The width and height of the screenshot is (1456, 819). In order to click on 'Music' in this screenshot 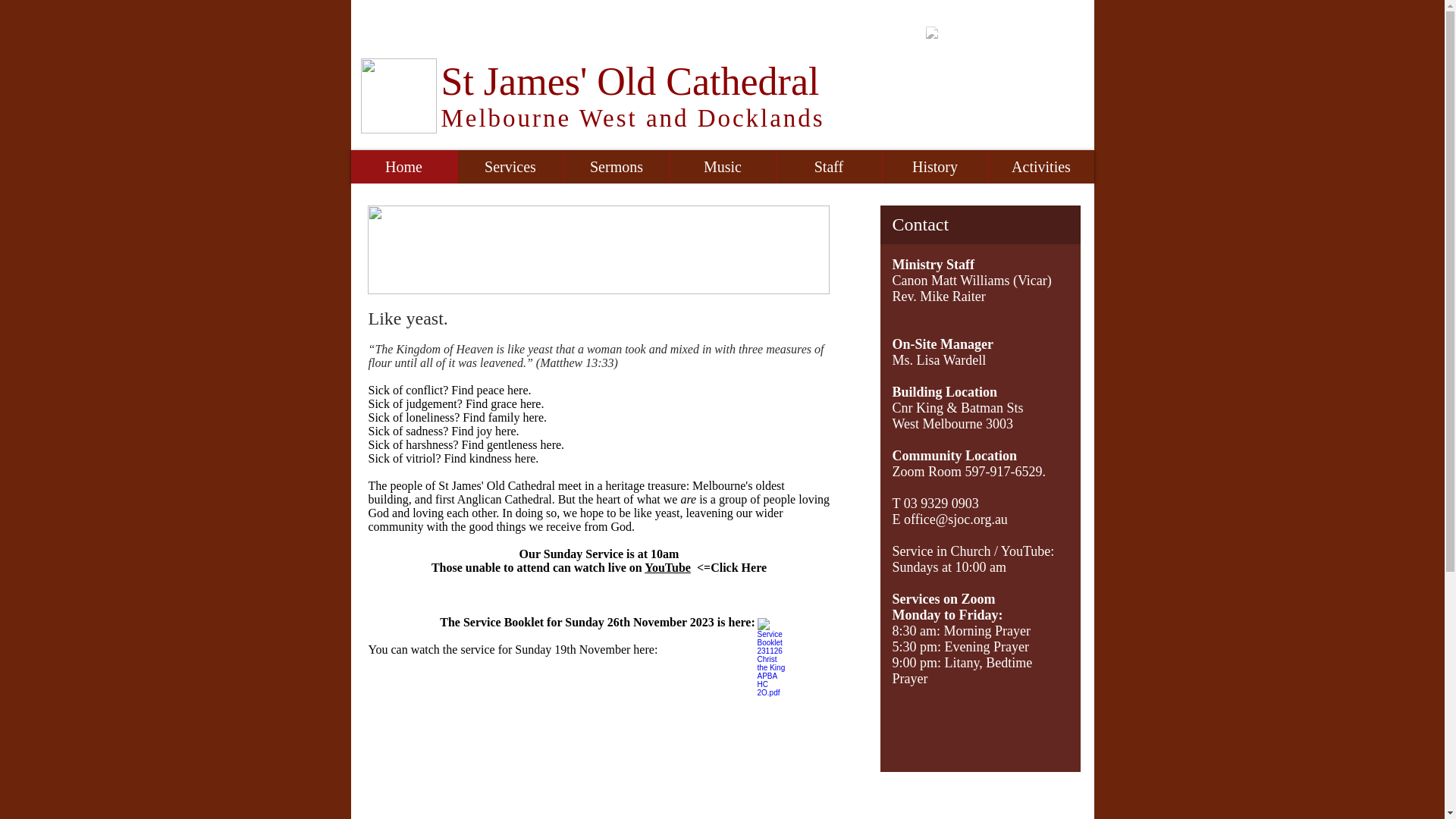, I will do `click(720, 166)`.